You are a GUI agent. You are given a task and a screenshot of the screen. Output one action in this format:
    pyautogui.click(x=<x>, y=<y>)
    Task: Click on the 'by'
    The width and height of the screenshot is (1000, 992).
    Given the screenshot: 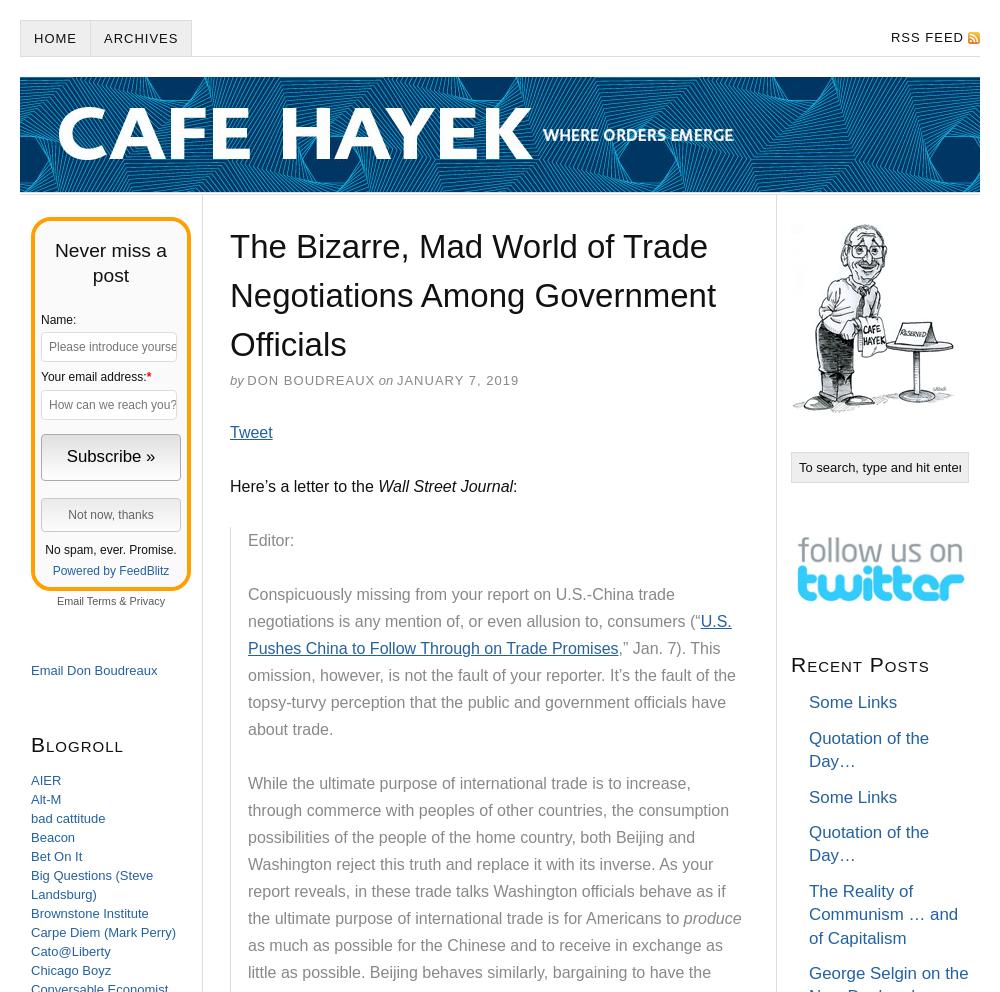 What is the action you would take?
    pyautogui.click(x=235, y=380)
    